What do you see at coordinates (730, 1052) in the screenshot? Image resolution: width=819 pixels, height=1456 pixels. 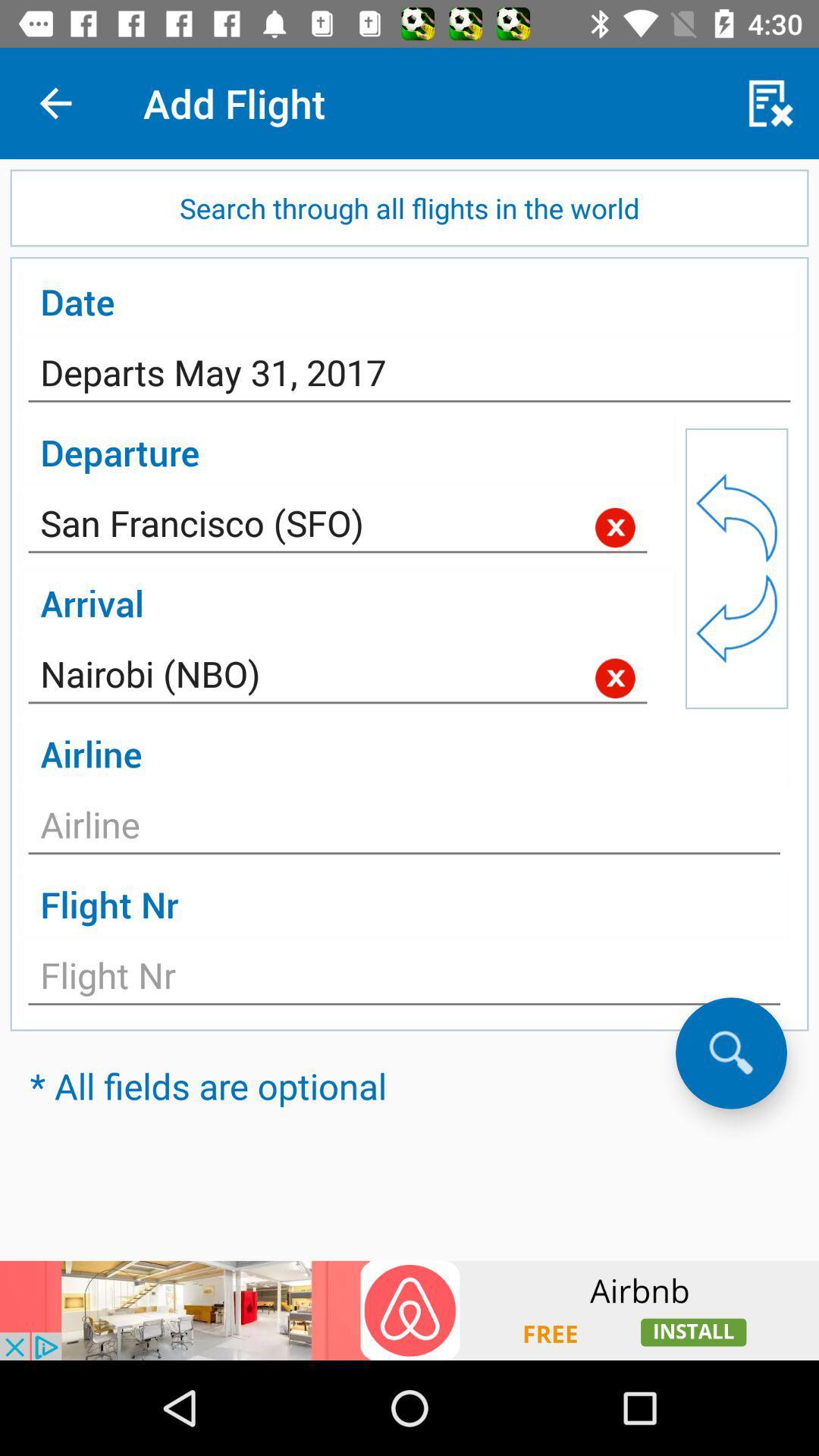 I see `search the article` at bounding box center [730, 1052].